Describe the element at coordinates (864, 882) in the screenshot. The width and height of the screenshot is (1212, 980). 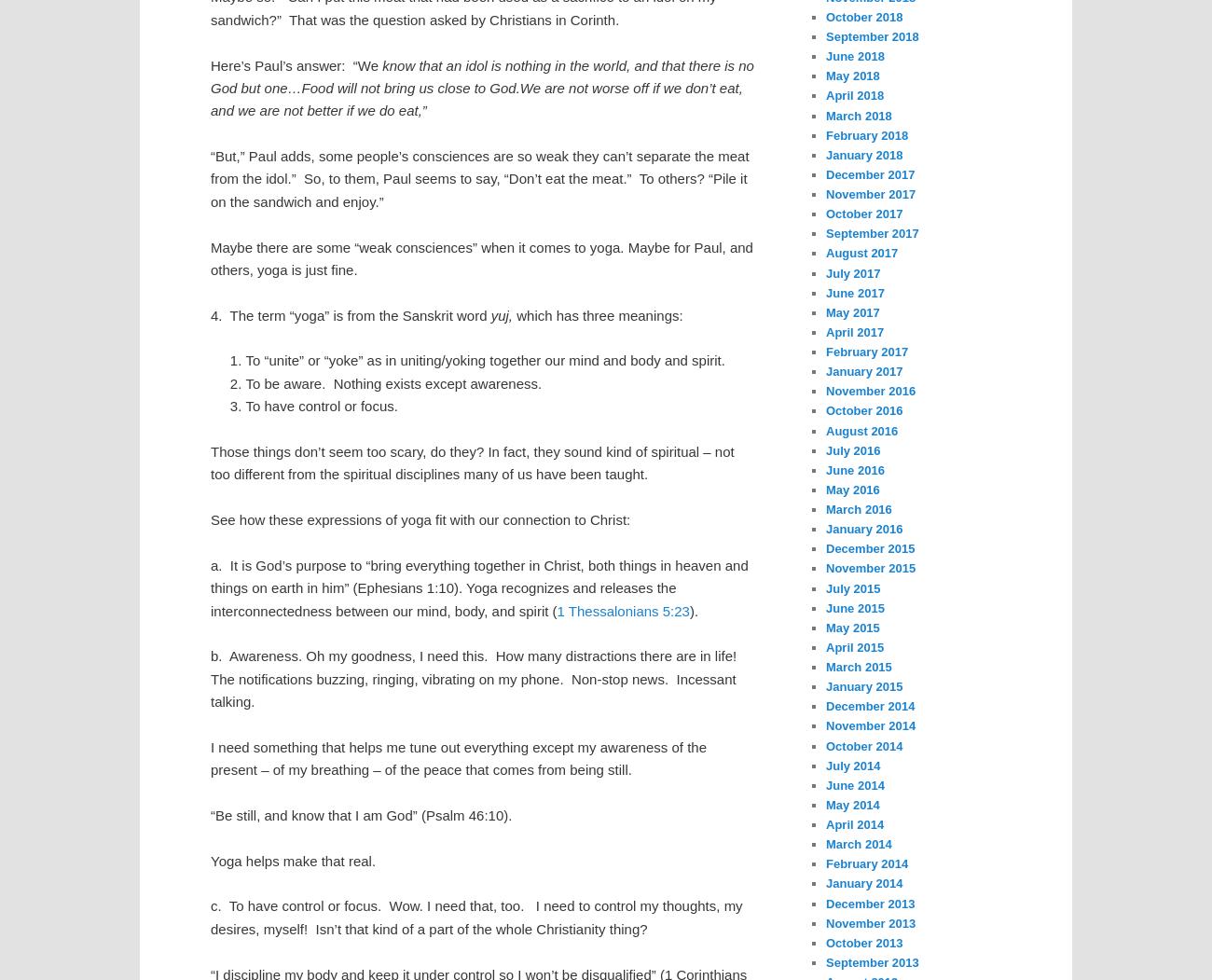
I see `'January 2014'` at that location.